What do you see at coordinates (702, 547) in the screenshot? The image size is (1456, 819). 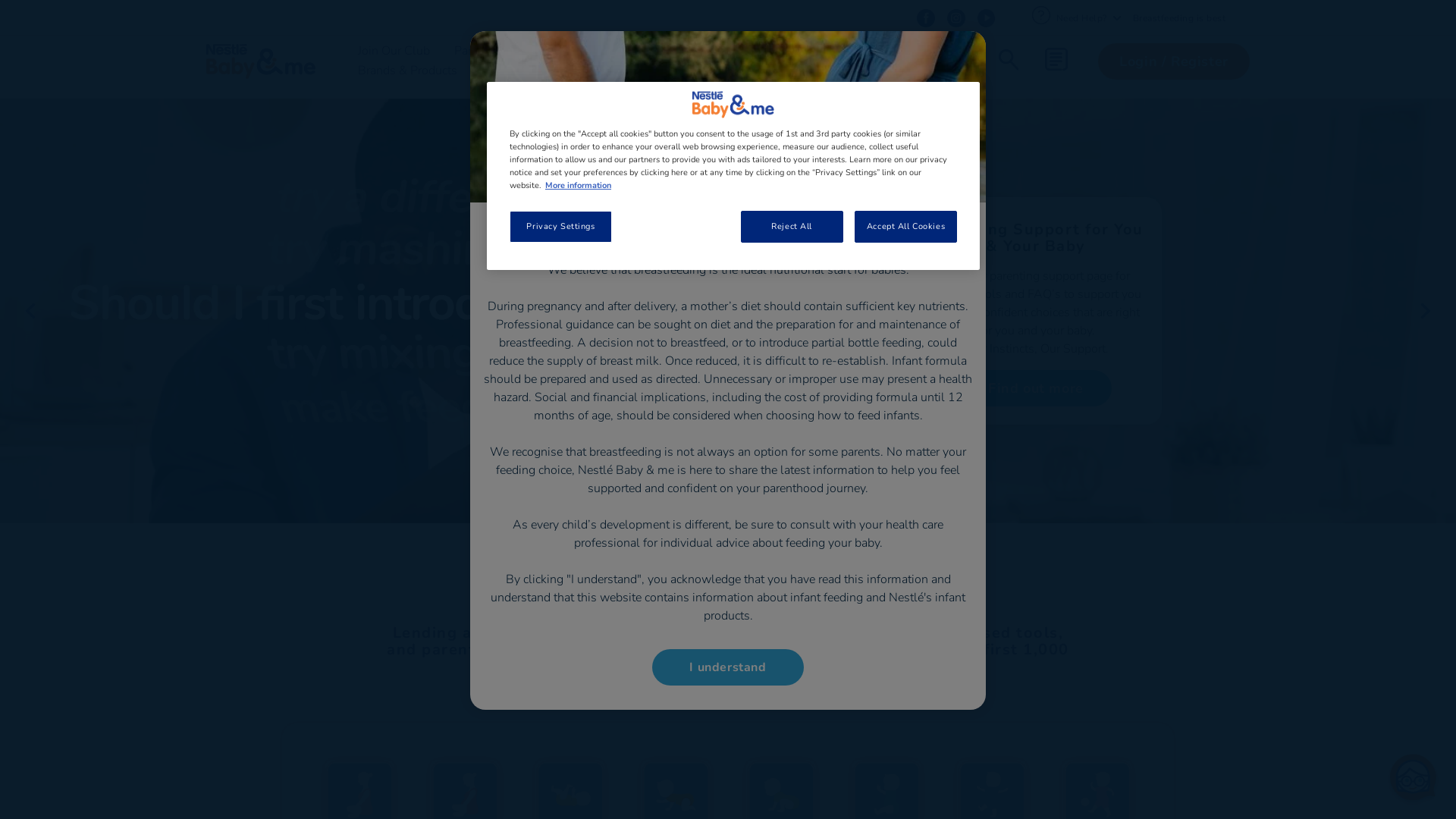 I see `'1'` at bounding box center [702, 547].